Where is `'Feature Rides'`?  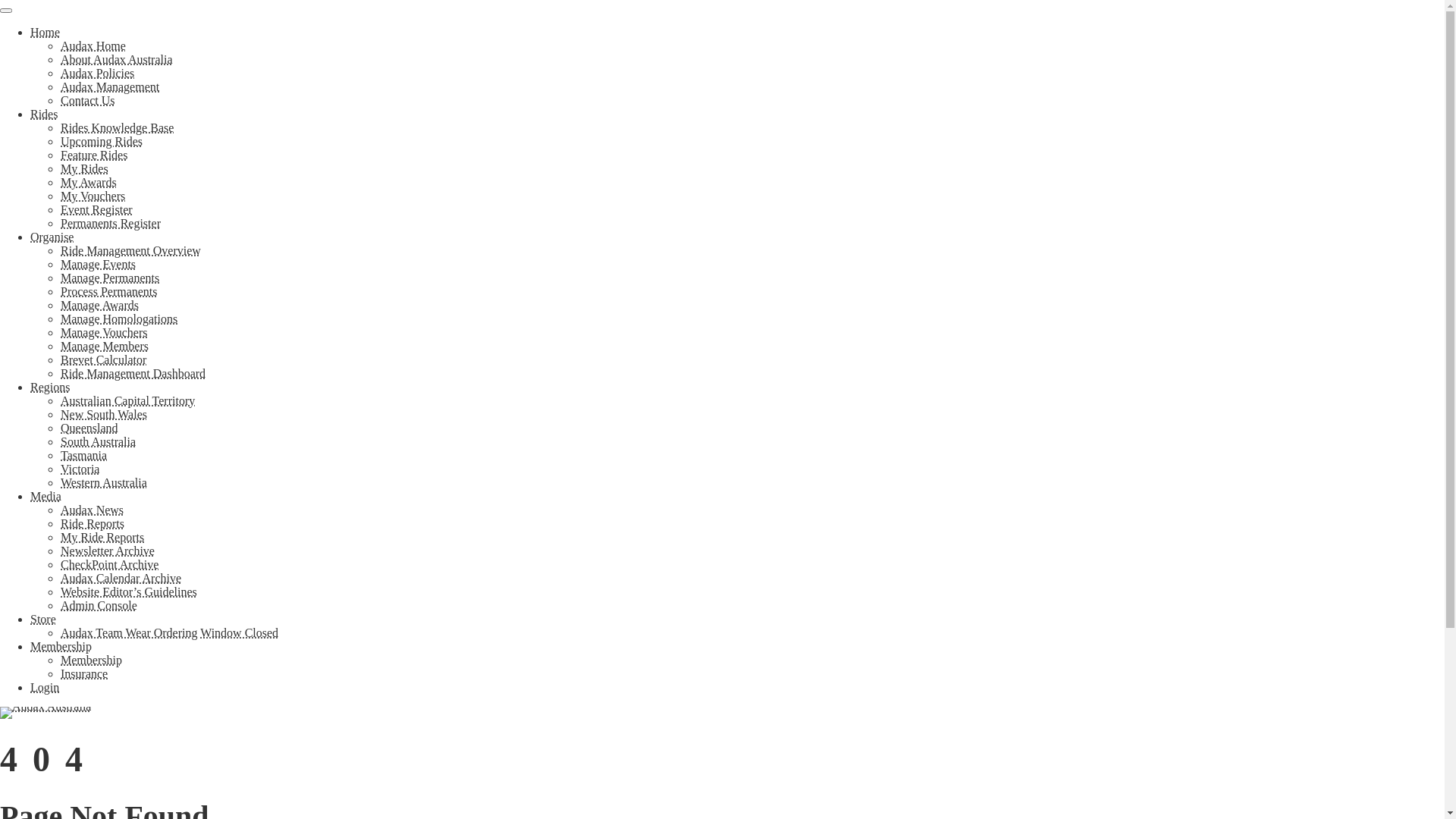 'Feature Rides' is located at coordinates (93, 155).